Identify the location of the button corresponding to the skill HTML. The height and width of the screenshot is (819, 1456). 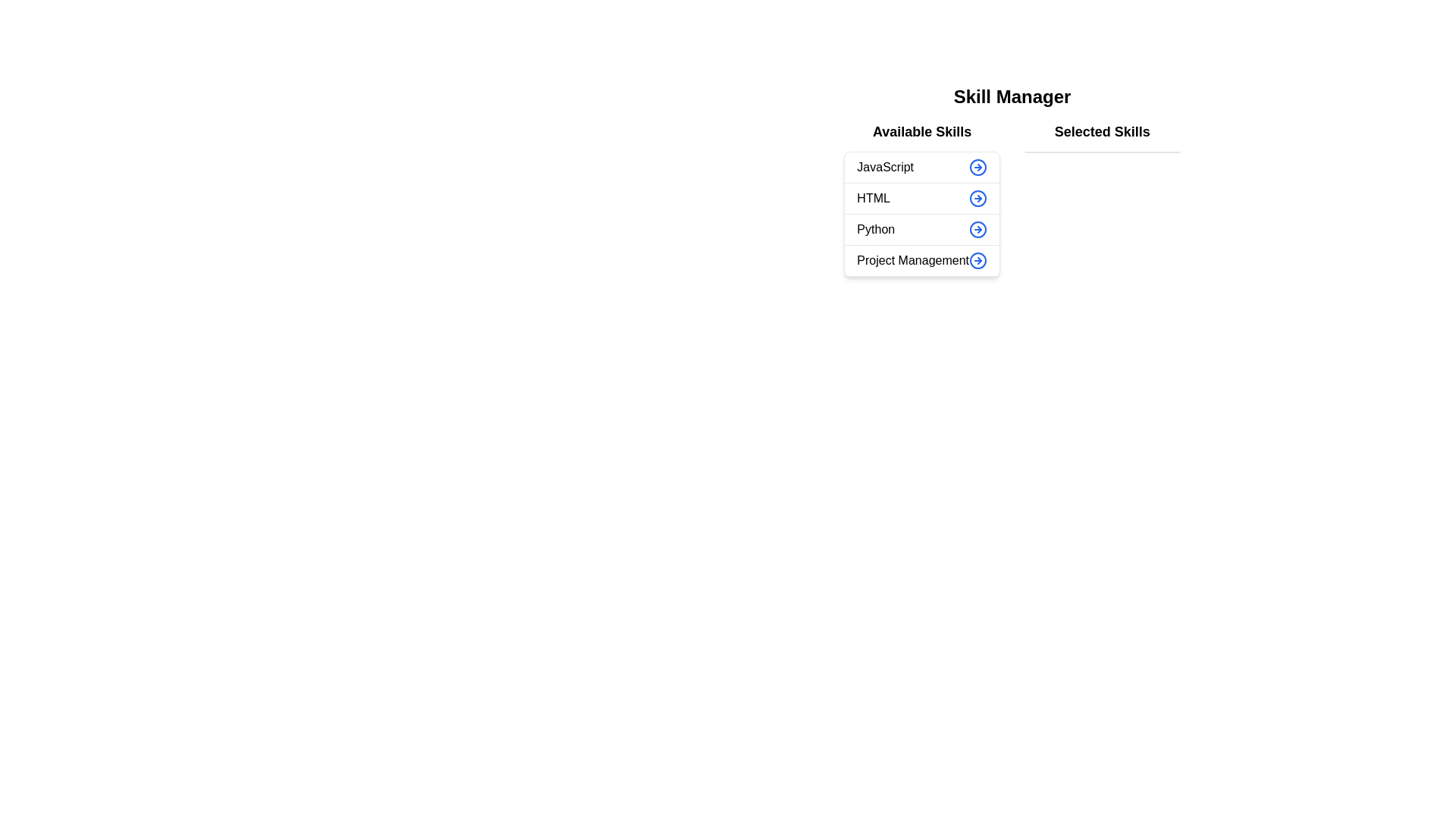
(978, 198).